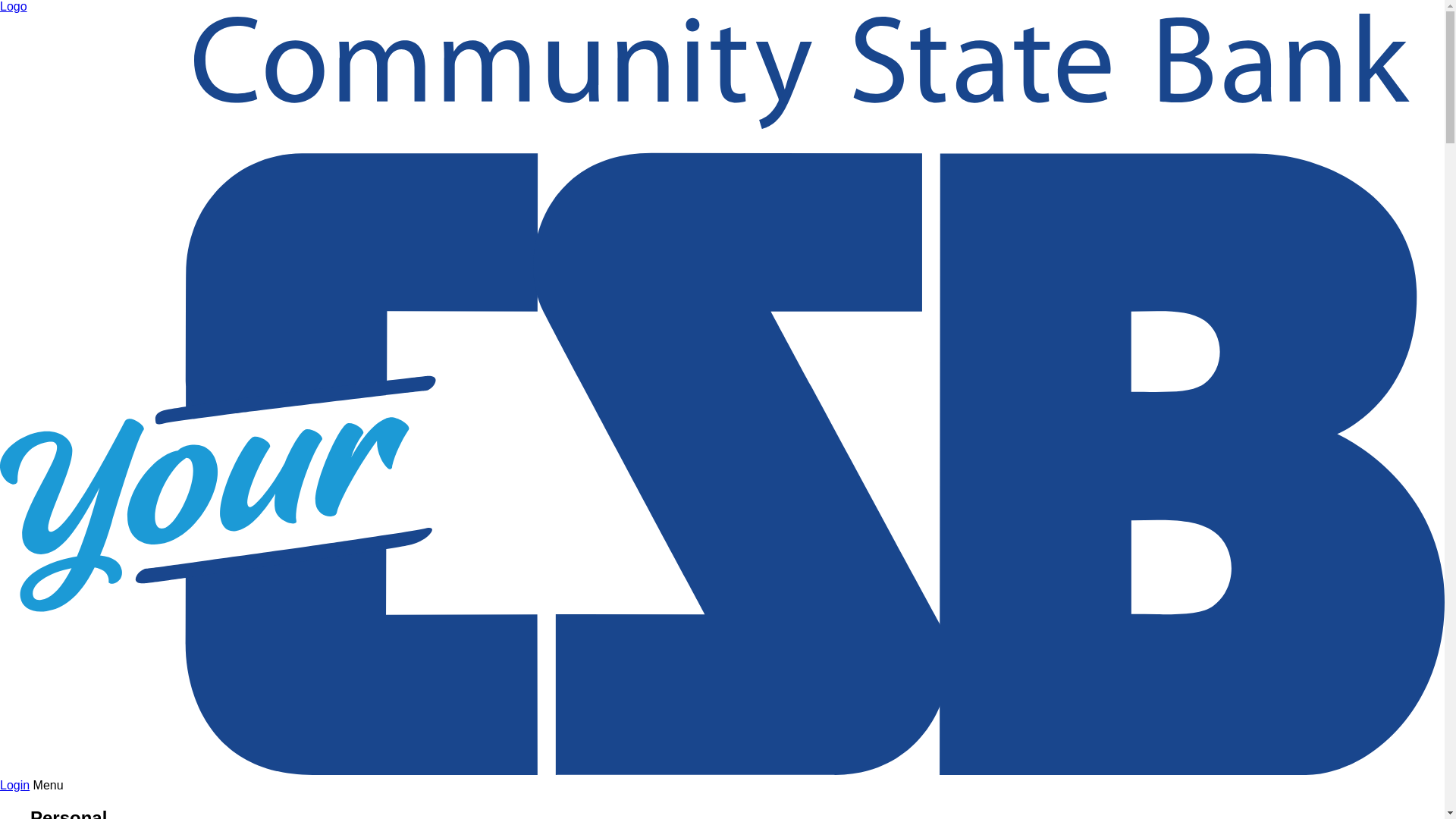  What do you see at coordinates (14, 785) in the screenshot?
I see `'Login'` at bounding box center [14, 785].